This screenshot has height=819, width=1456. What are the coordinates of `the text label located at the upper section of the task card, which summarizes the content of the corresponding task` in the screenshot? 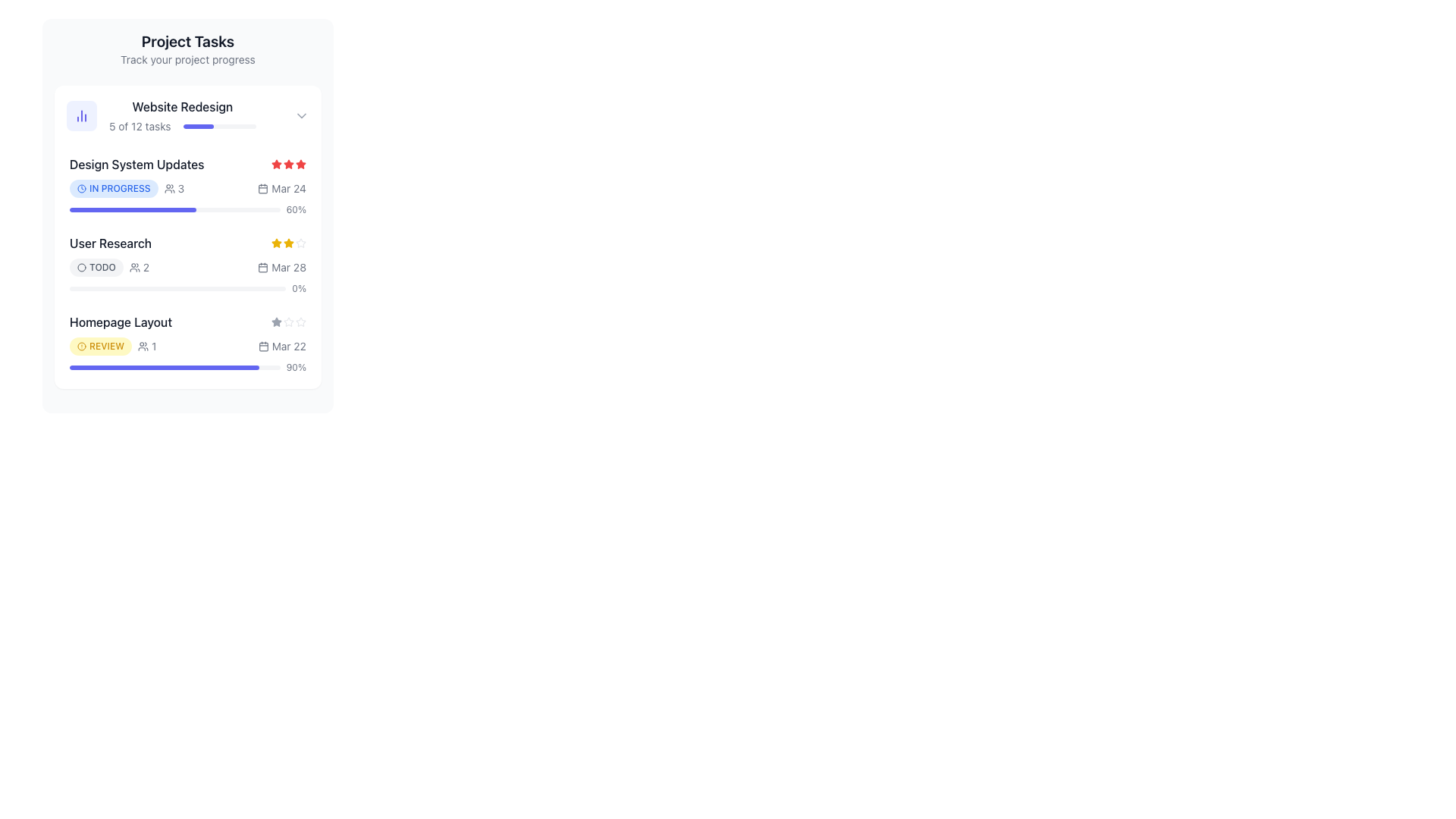 It's located at (182, 106).